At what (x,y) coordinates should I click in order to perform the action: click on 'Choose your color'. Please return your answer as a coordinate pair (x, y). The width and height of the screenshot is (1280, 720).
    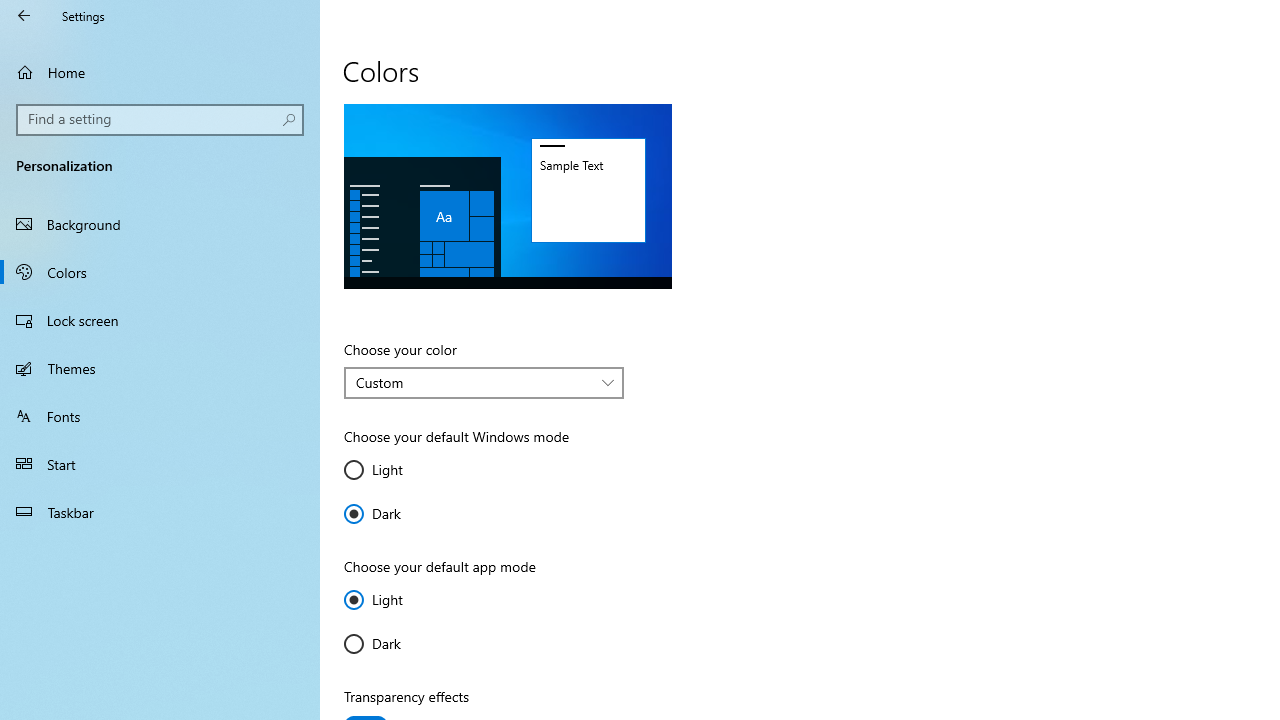
    Looking at the image, I should click on (484, 383).